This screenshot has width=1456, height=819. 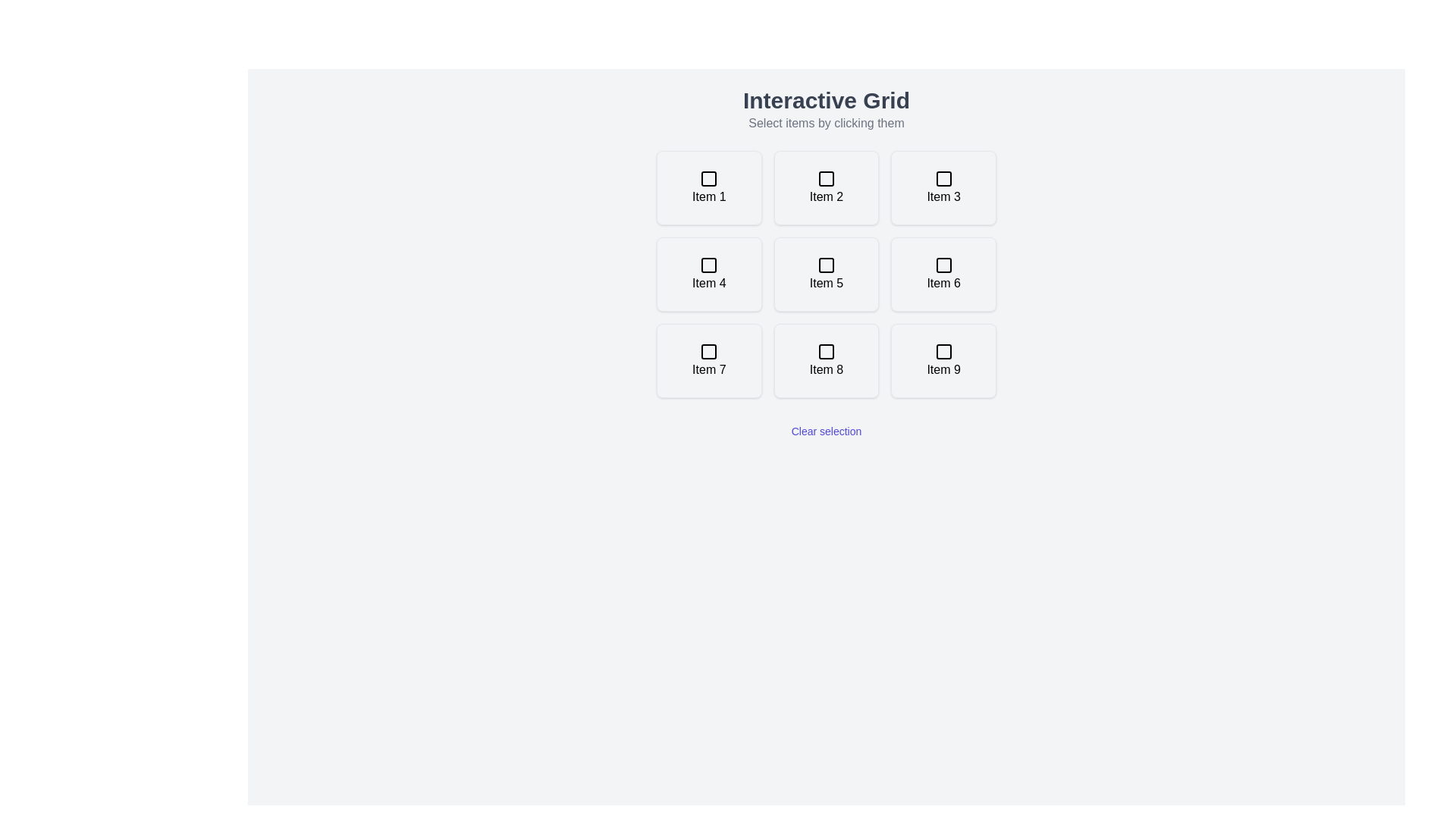 What do you see at coordinates (825, 360) in the screenshot?
I see `the button labeled 'Item 8' using keyboard navigation` at bounding box center [825, 360].